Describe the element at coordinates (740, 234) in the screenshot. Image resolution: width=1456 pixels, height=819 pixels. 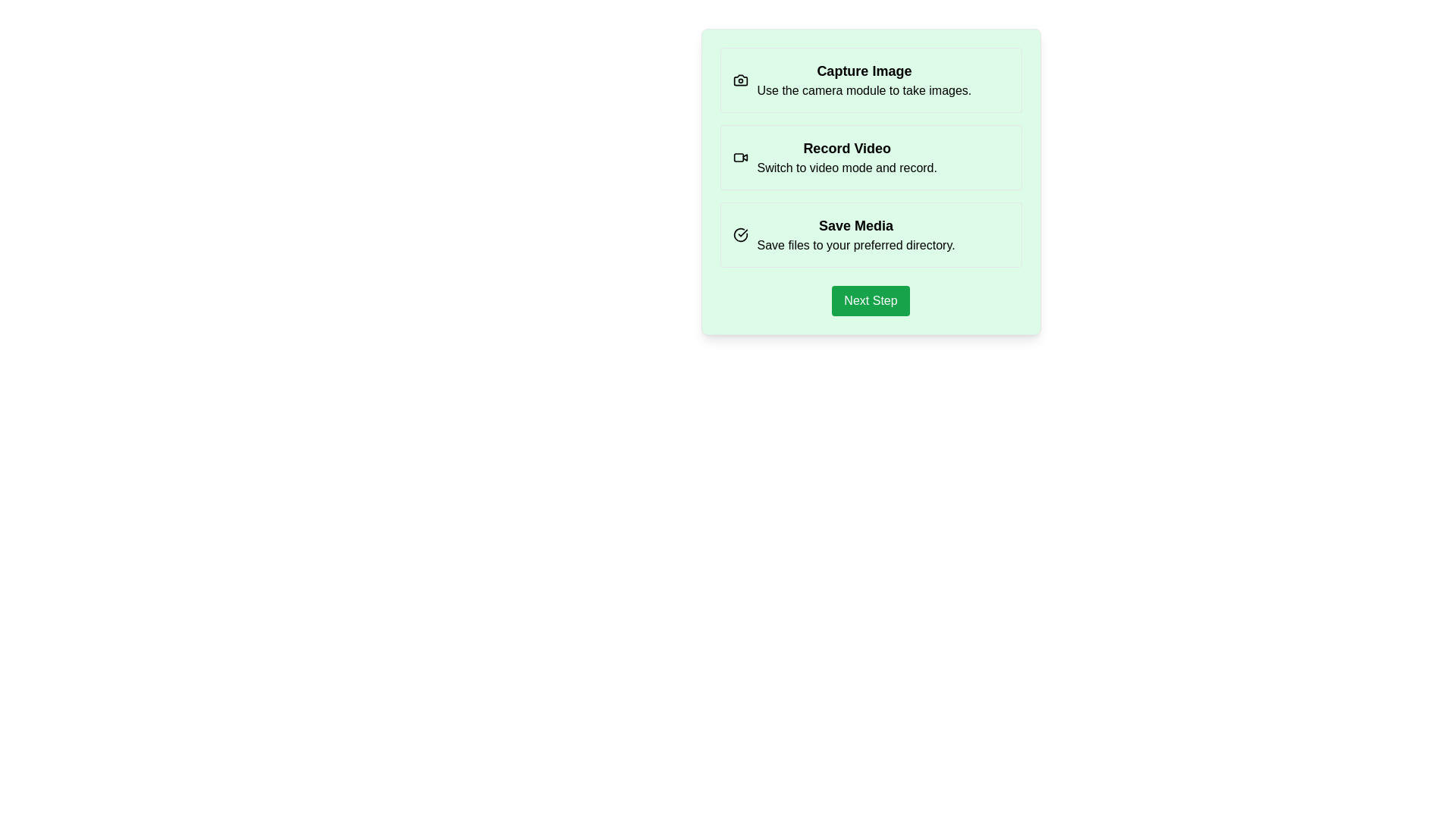
I see `the circular checkmark icon that is part of the 'Save Media' option in the third row of the light green card` at that location.